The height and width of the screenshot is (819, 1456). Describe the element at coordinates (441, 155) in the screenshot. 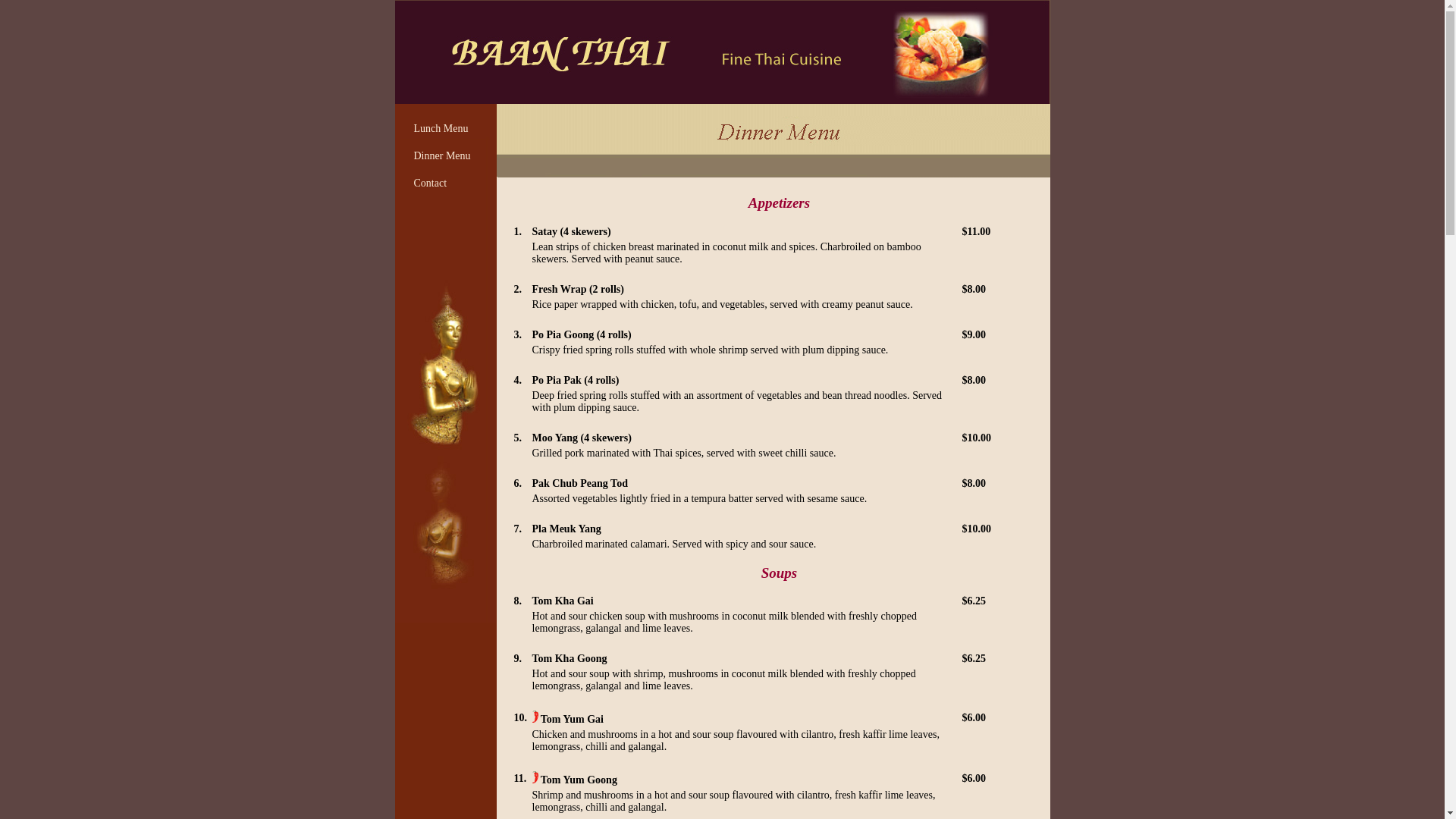

I see `'Dinner Menu'` at that location.